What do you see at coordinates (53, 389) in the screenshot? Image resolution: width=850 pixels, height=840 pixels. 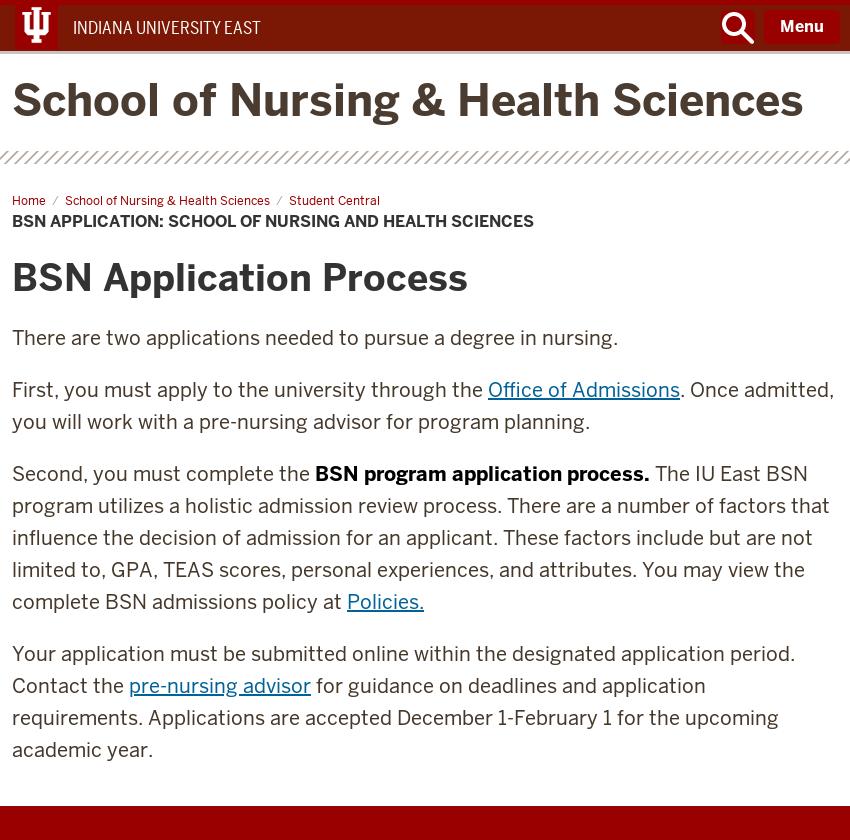 I see `', you must apply to the university through the'` at bounding box center [53, 389].